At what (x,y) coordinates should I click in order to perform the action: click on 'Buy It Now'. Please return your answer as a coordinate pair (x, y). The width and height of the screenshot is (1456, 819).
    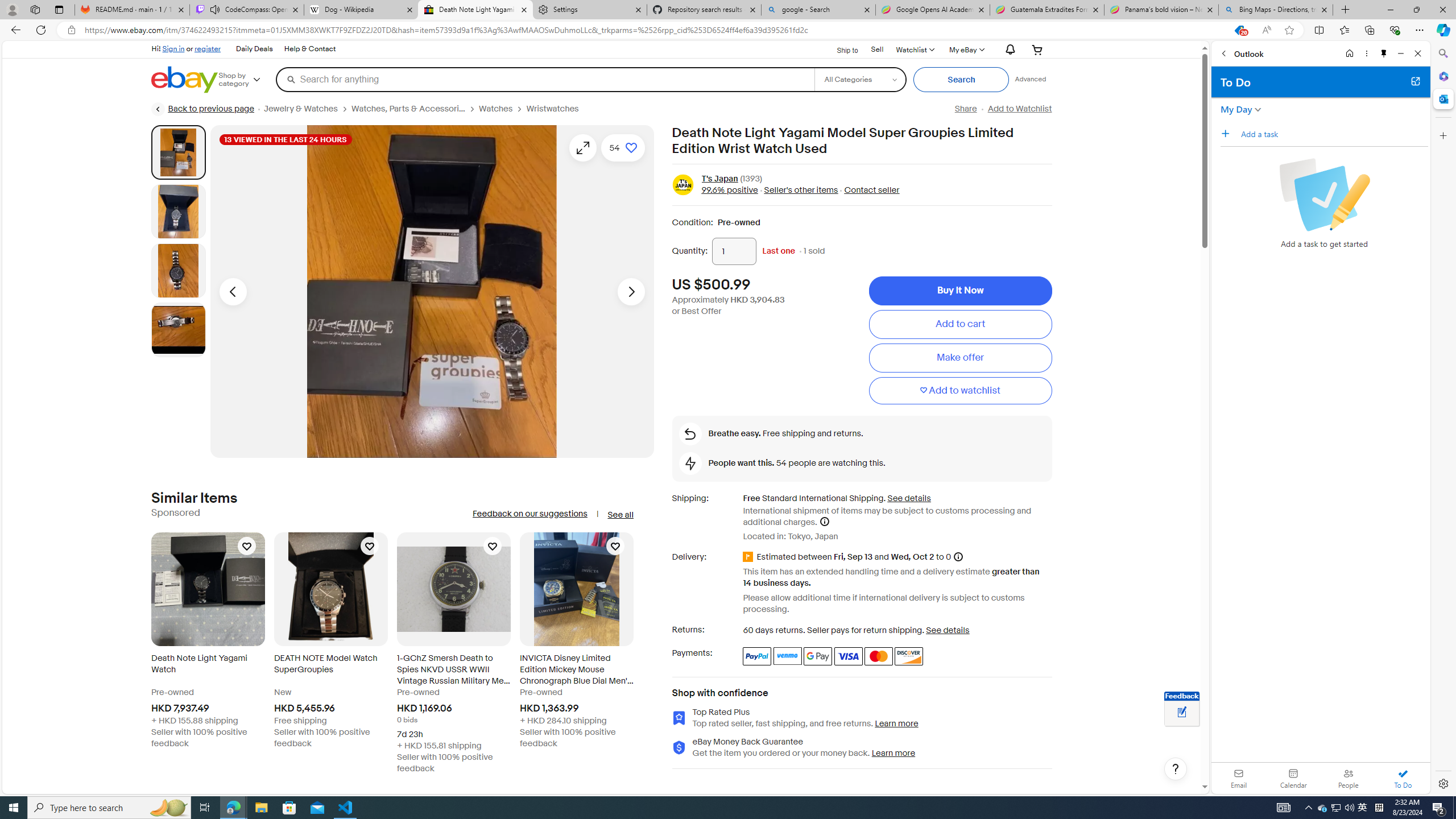
    Looking at the image, I should click on (959, 290).